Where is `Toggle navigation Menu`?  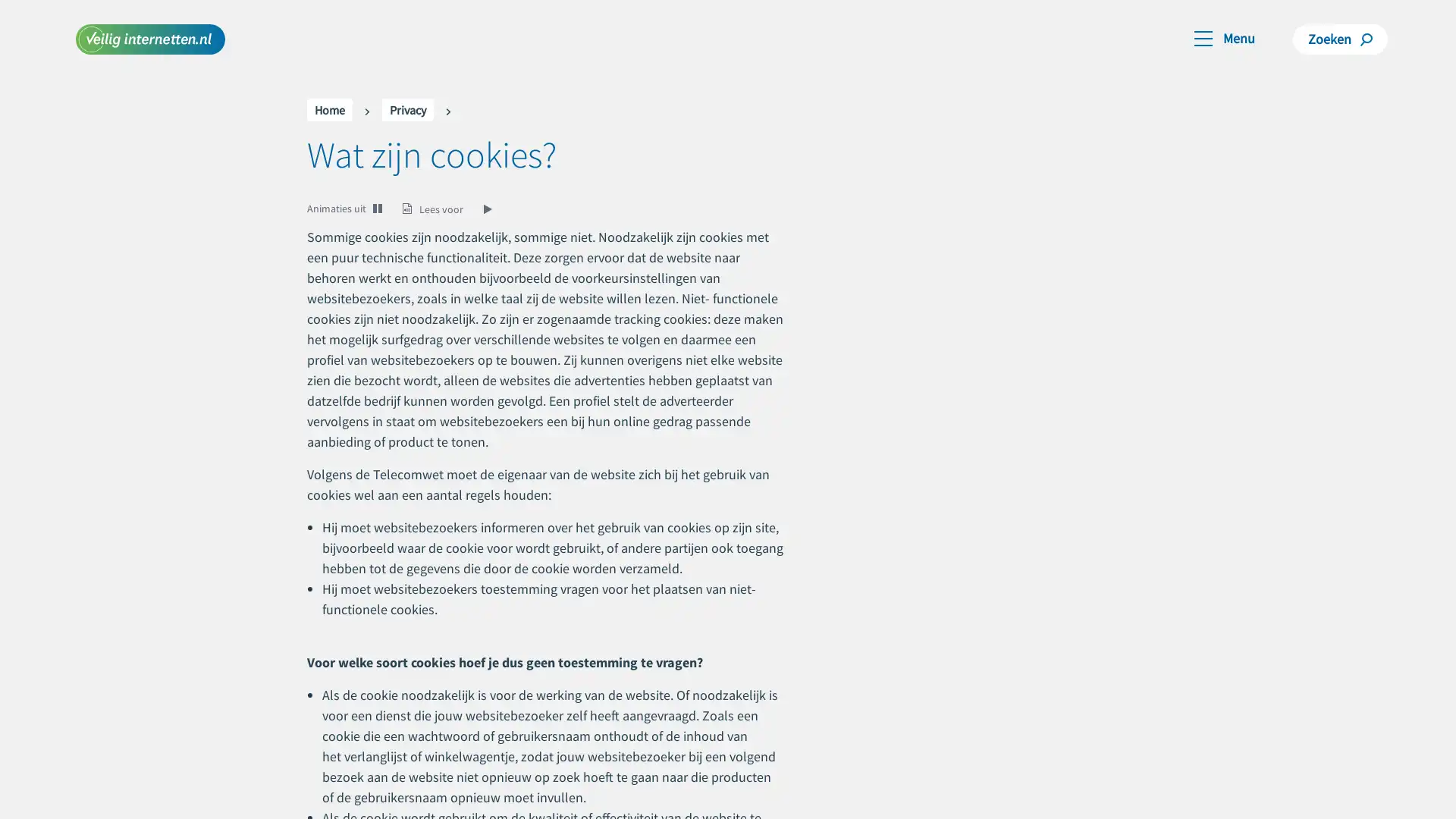 Toggle navigation Menu is located at coordinates (1224, 36).